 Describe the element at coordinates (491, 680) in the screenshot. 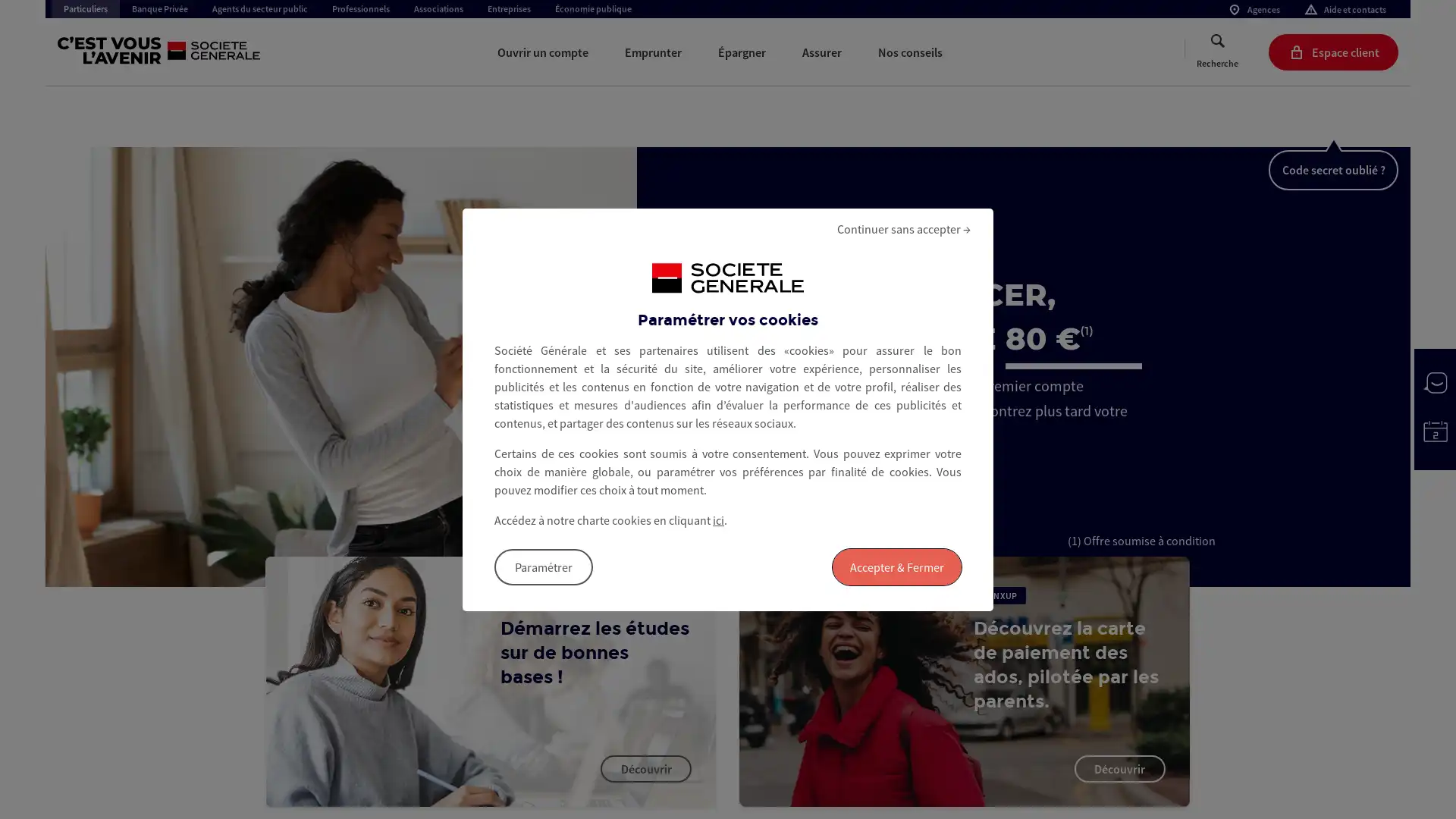

I see `PARTENARIAT ECOLES Demarrez les etudes sur de bonnes bases ! Decouvrir Demarrez les etudes sur de bonnes bases` at that location.